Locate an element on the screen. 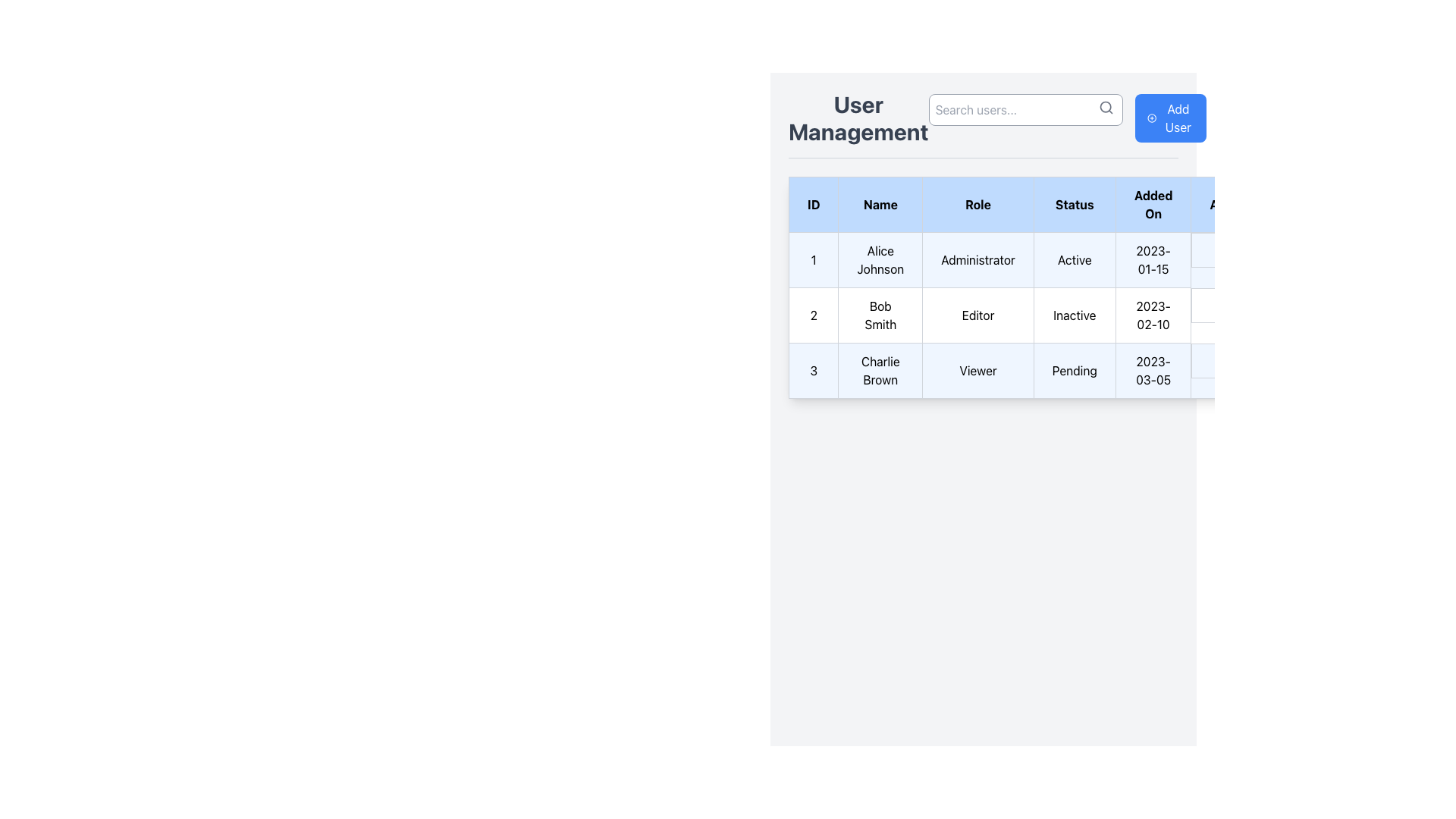  the 'Viewer' text label in the third column of the third row under the 'Role' column, which corresponds to 'Charlie Brown' is located at coordinates (978, 371).